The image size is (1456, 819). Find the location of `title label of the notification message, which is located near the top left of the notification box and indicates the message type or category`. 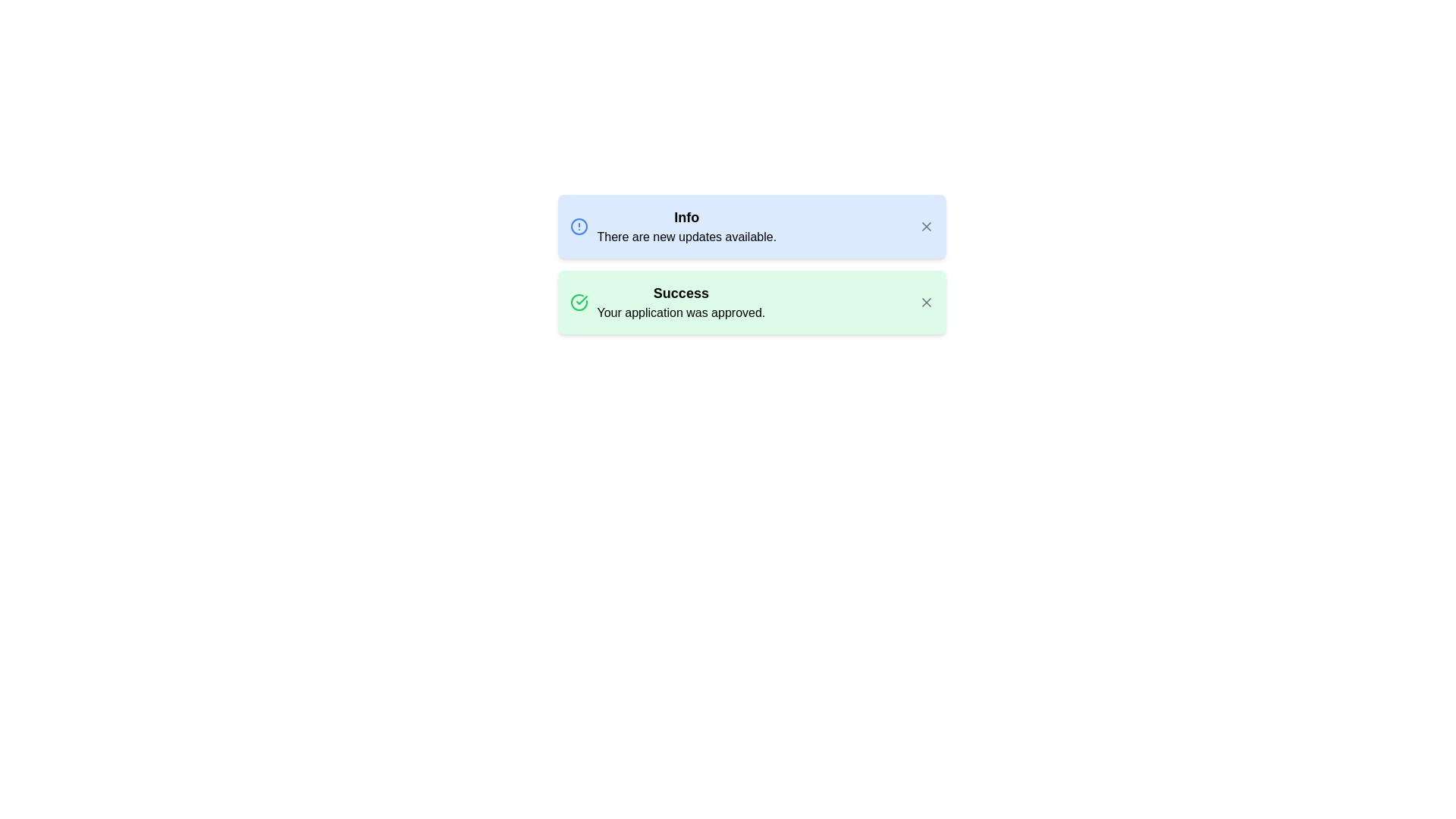

title label of the notification message, which is located near the top left of the notification box and indicates the message type or category is located at coordinates (686, 217).